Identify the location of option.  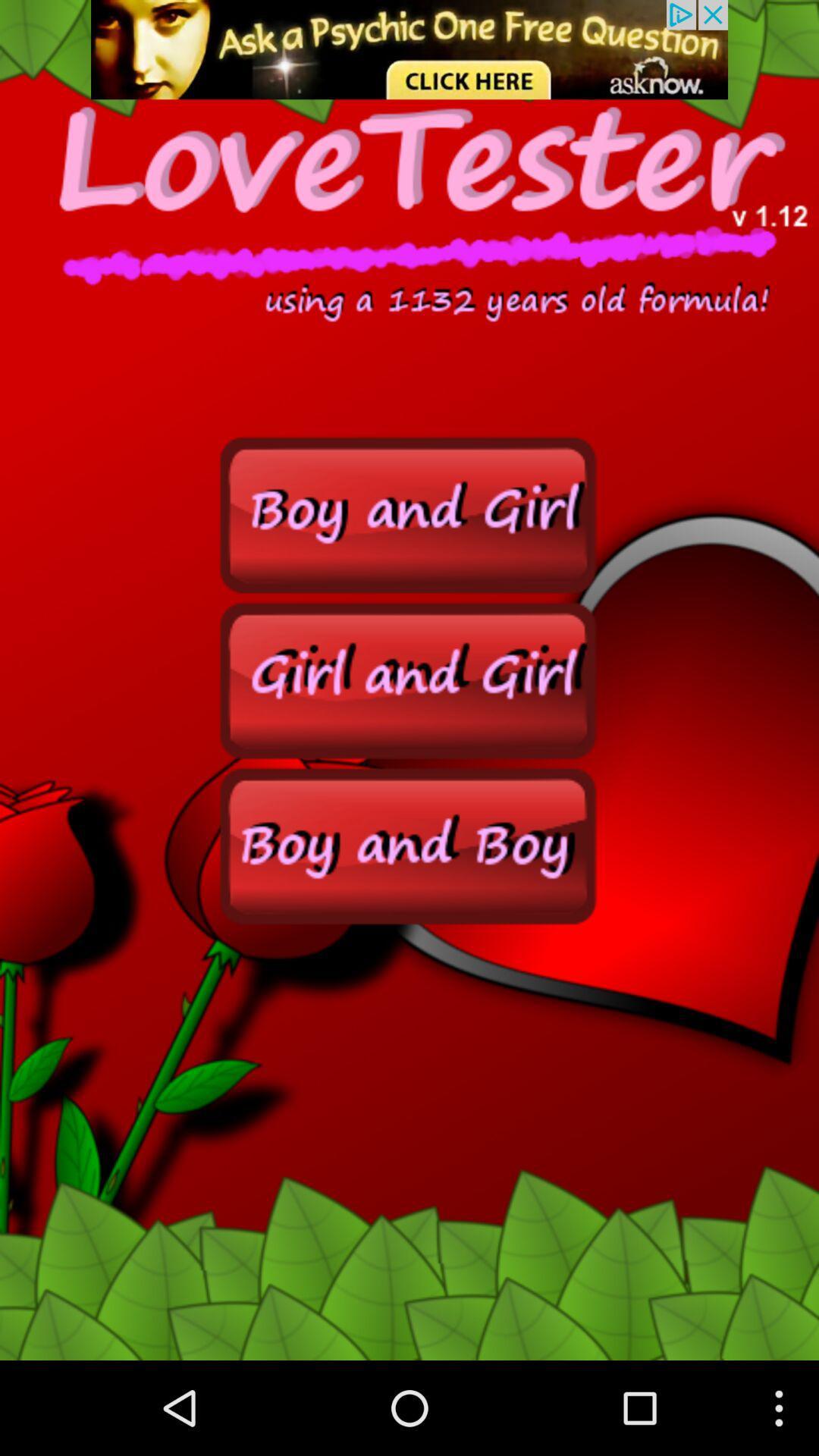
(409, 679).